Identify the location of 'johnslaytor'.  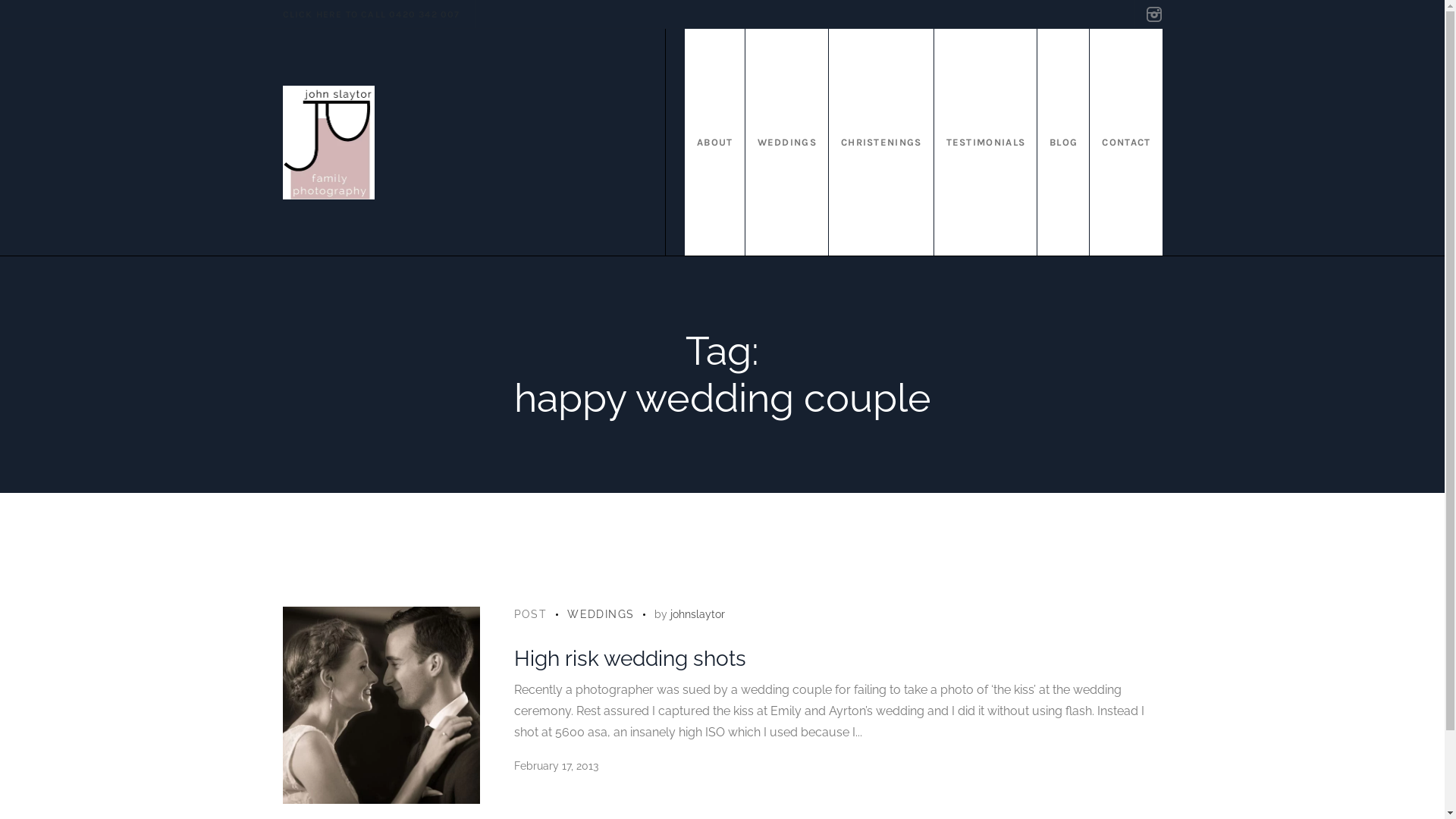
(697, 614).